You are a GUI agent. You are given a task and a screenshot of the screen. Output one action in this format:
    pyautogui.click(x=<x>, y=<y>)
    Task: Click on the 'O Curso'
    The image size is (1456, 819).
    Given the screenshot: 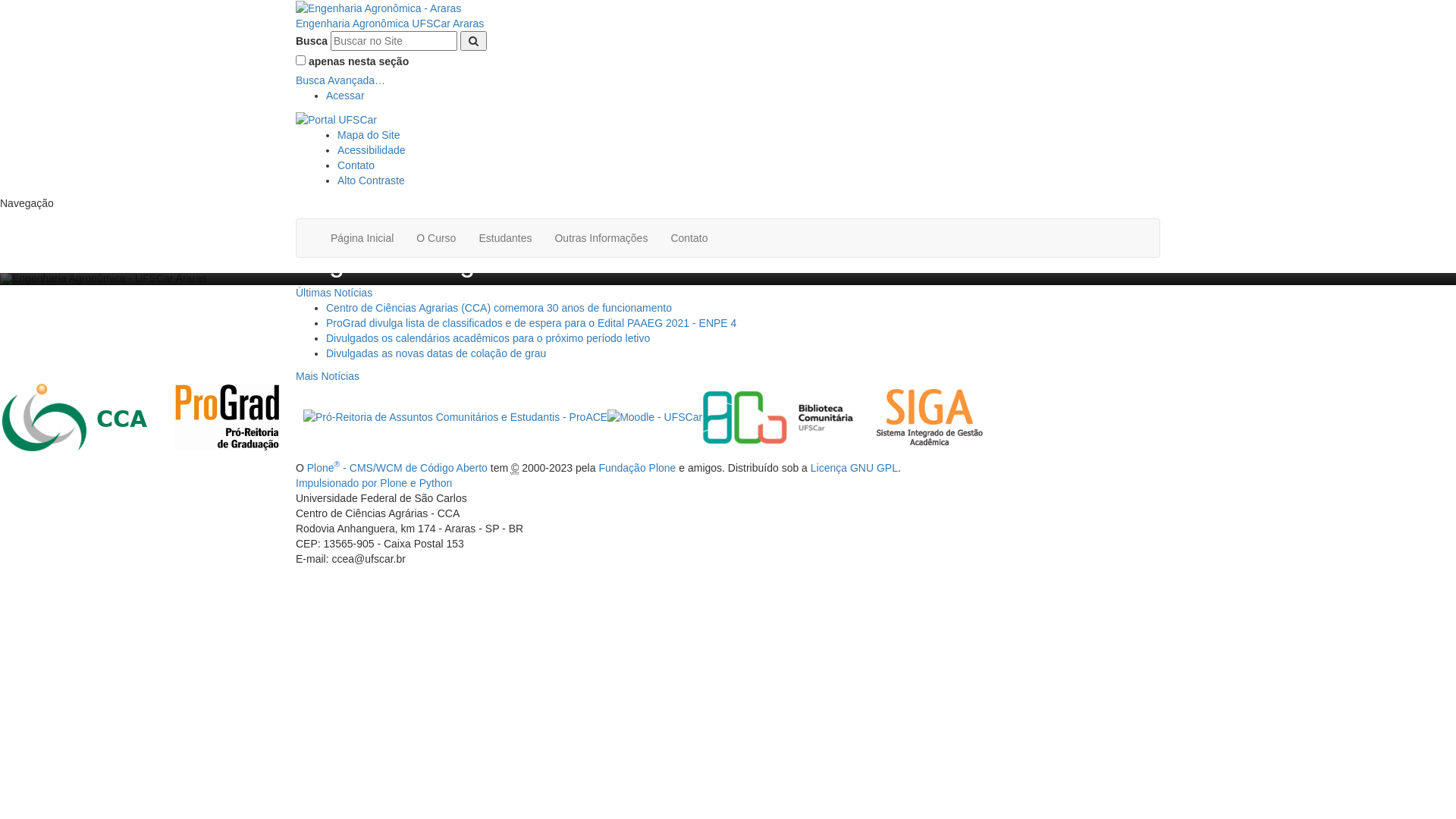 What is the action you would take?
    pyautogui.click(x=435, y=237)
    